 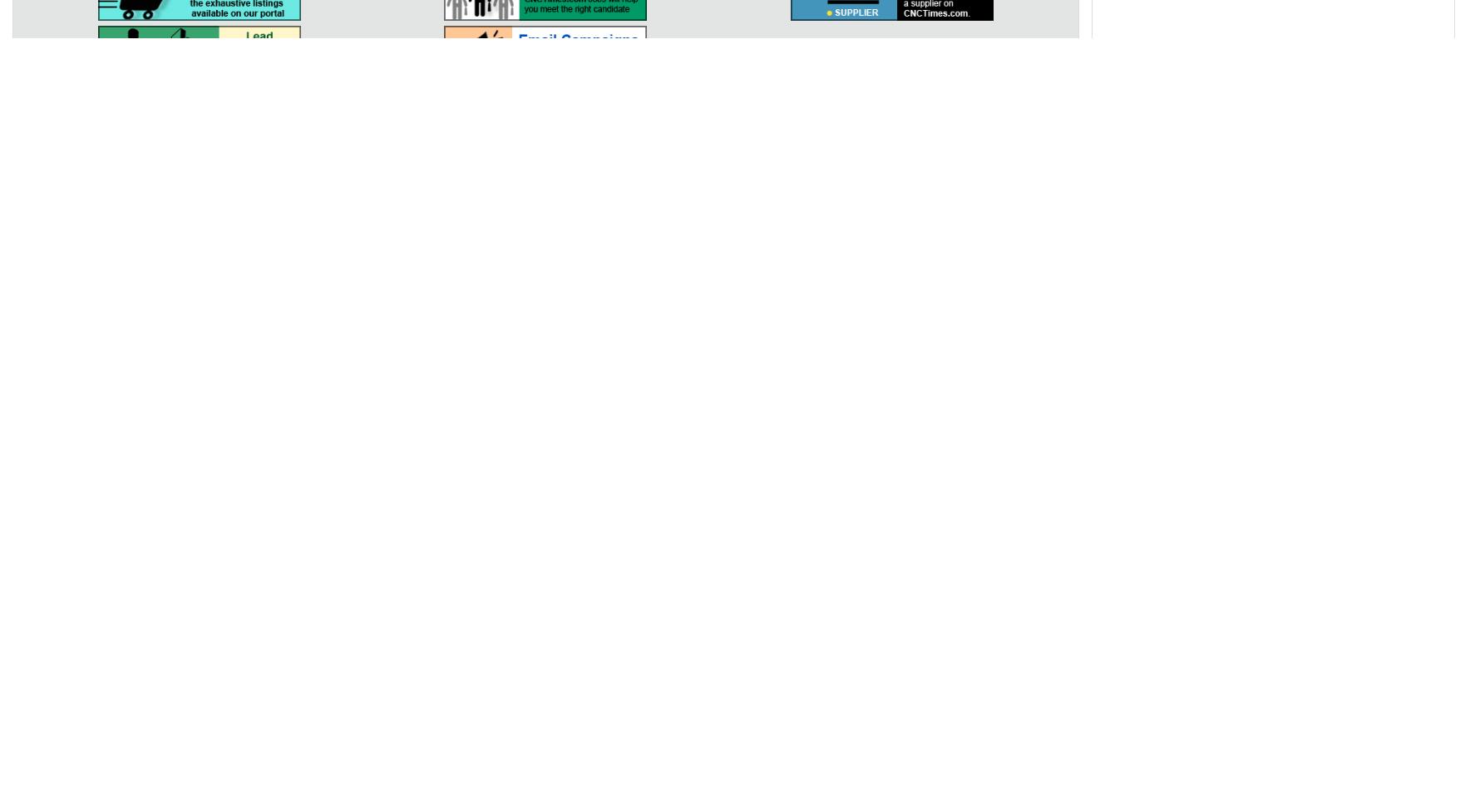 What do you see at coordinates (1059, 790) in the screenshot?
I see `'Developed & Maintained by'` at bounding box center [1059, 790].